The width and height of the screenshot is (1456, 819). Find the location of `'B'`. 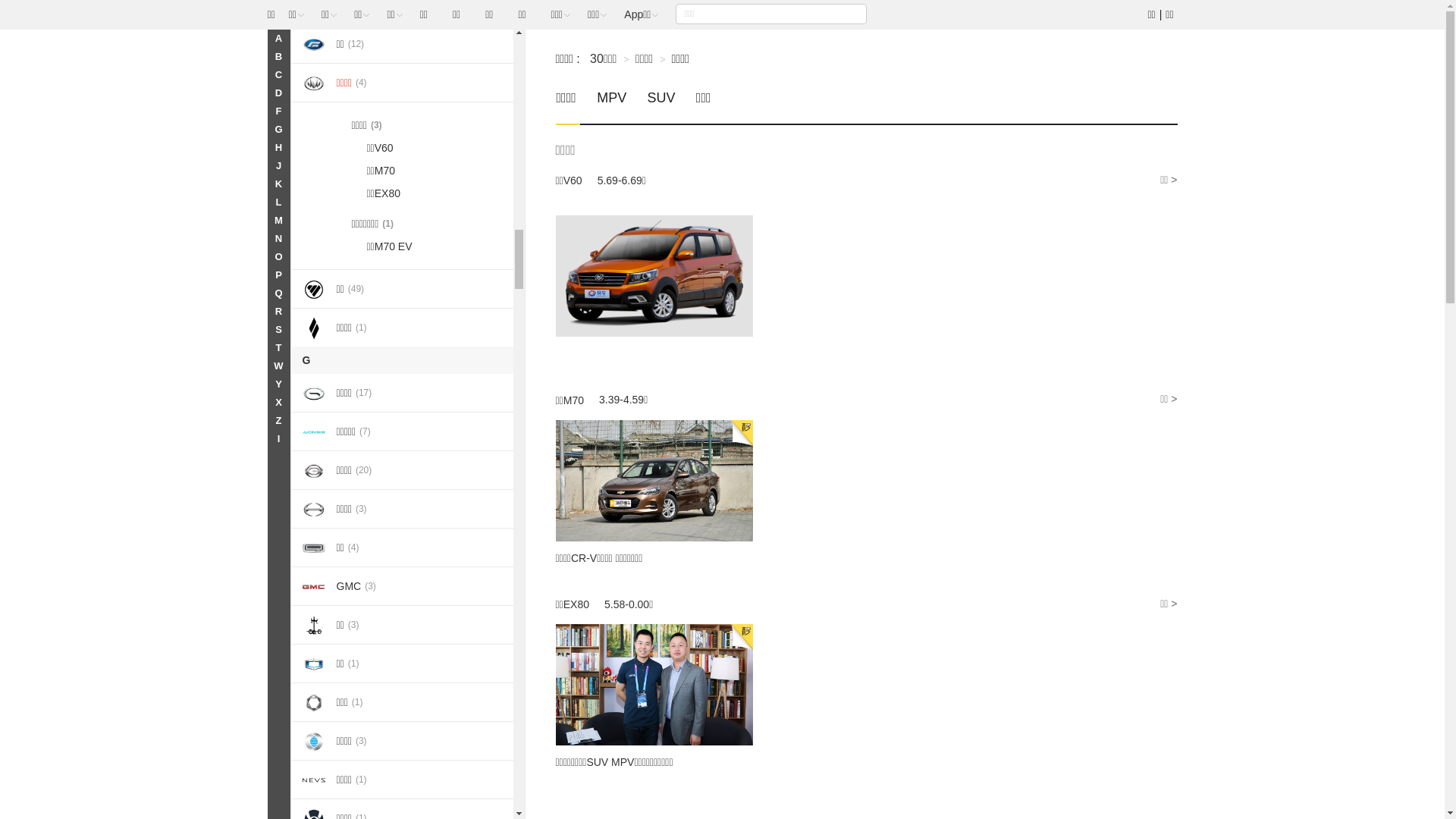

'B' is located at coordinates (278, 55).